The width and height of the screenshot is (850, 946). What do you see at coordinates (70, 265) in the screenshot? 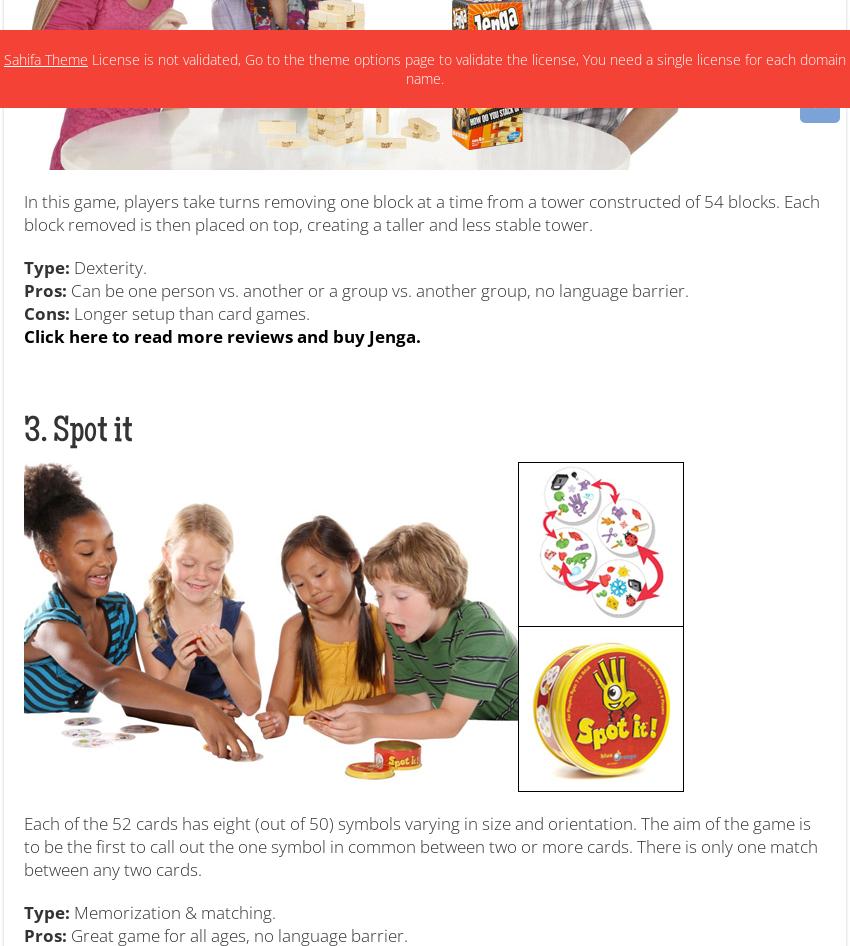
I see `'Dexterity.'` at bounding box center [70, 265].